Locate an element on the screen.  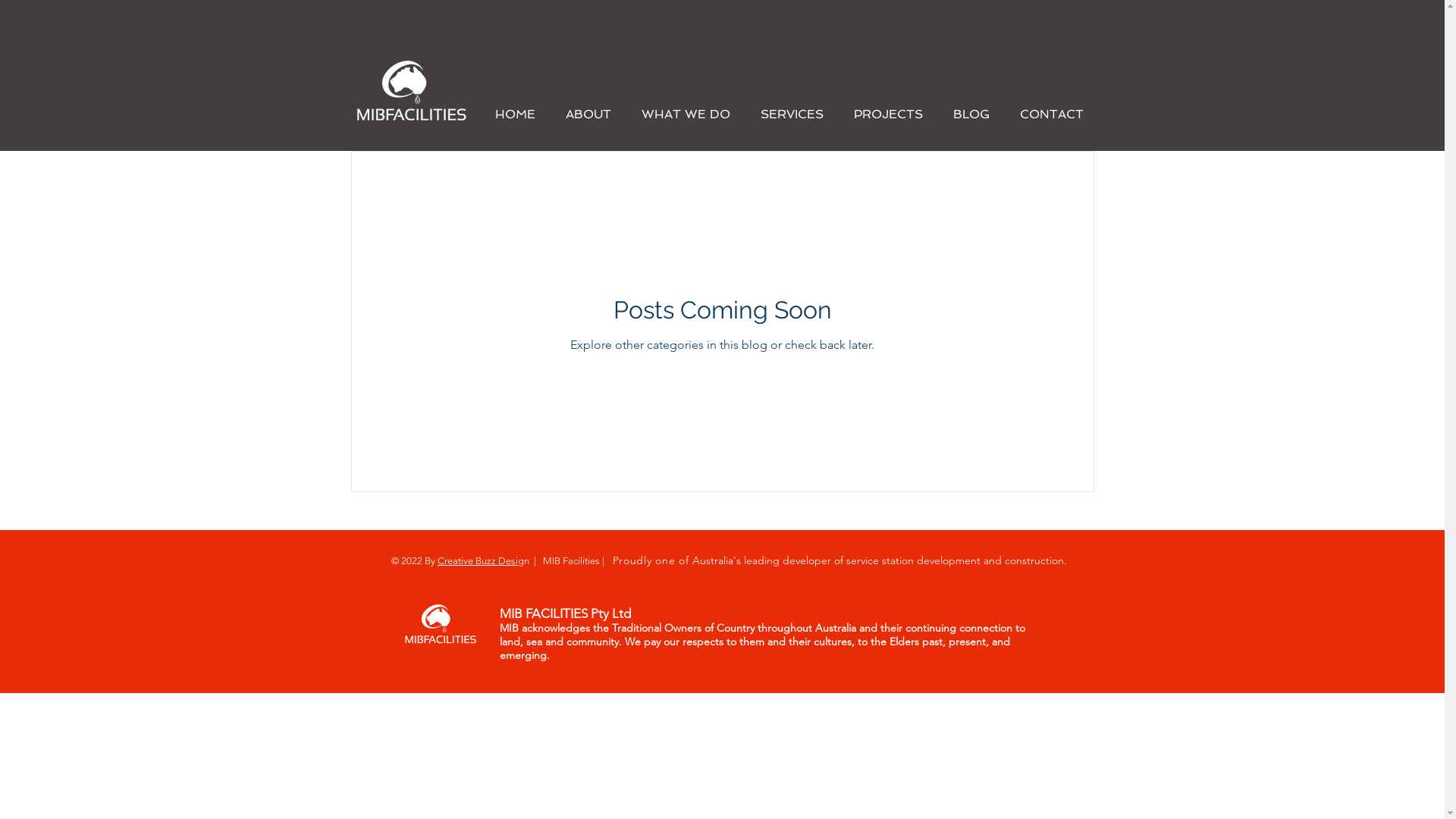
'CONTACT' is located at coordinates (1050, 113).